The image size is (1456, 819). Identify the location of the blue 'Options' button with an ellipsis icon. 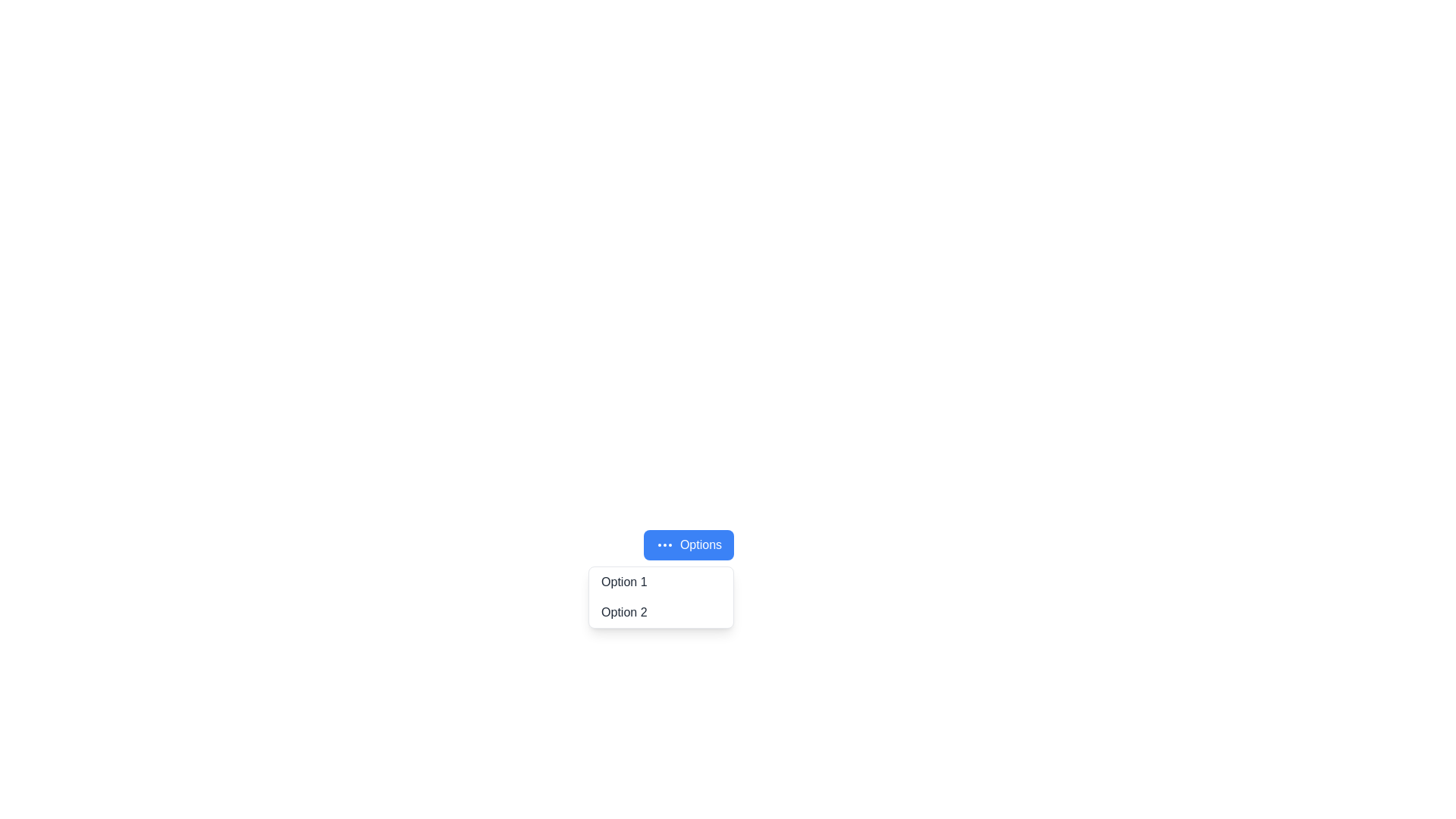
(687, 544).